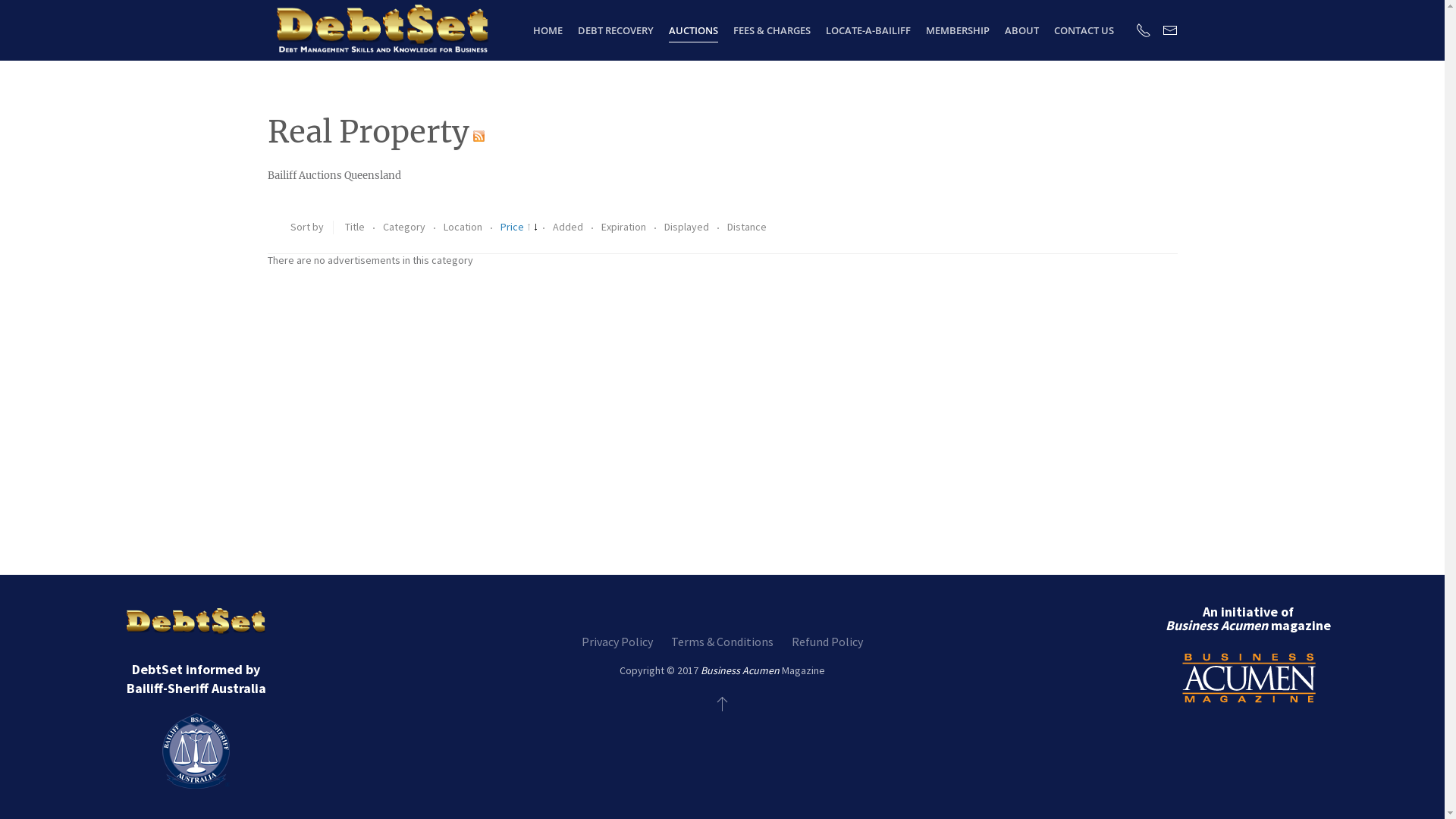 The image size is (1456, 819). I want to click on 'AUCTIONS', so click(692, 30).